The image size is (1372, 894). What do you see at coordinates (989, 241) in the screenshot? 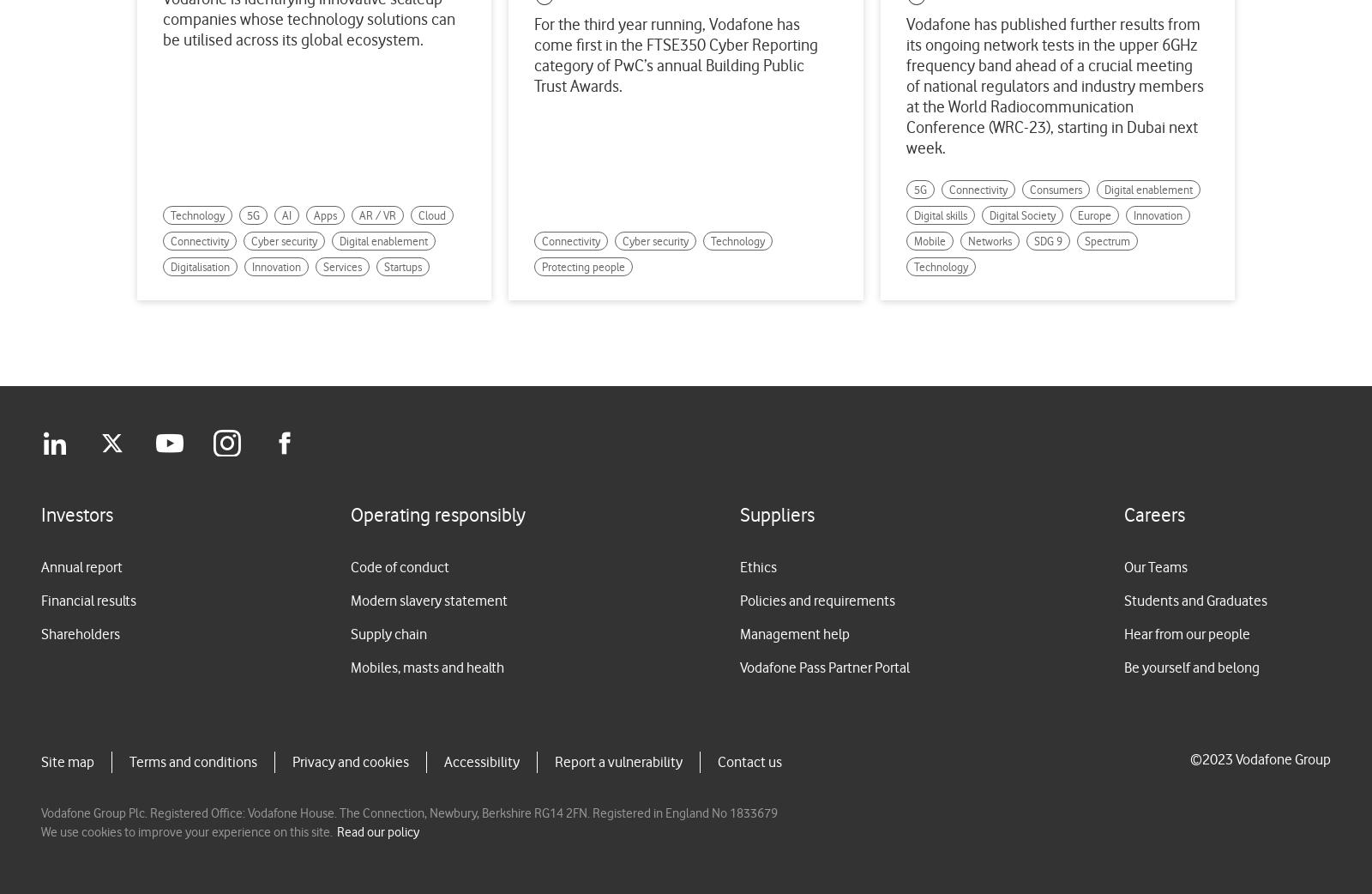
I see `'Networks'` at bounding box center [989, 241].